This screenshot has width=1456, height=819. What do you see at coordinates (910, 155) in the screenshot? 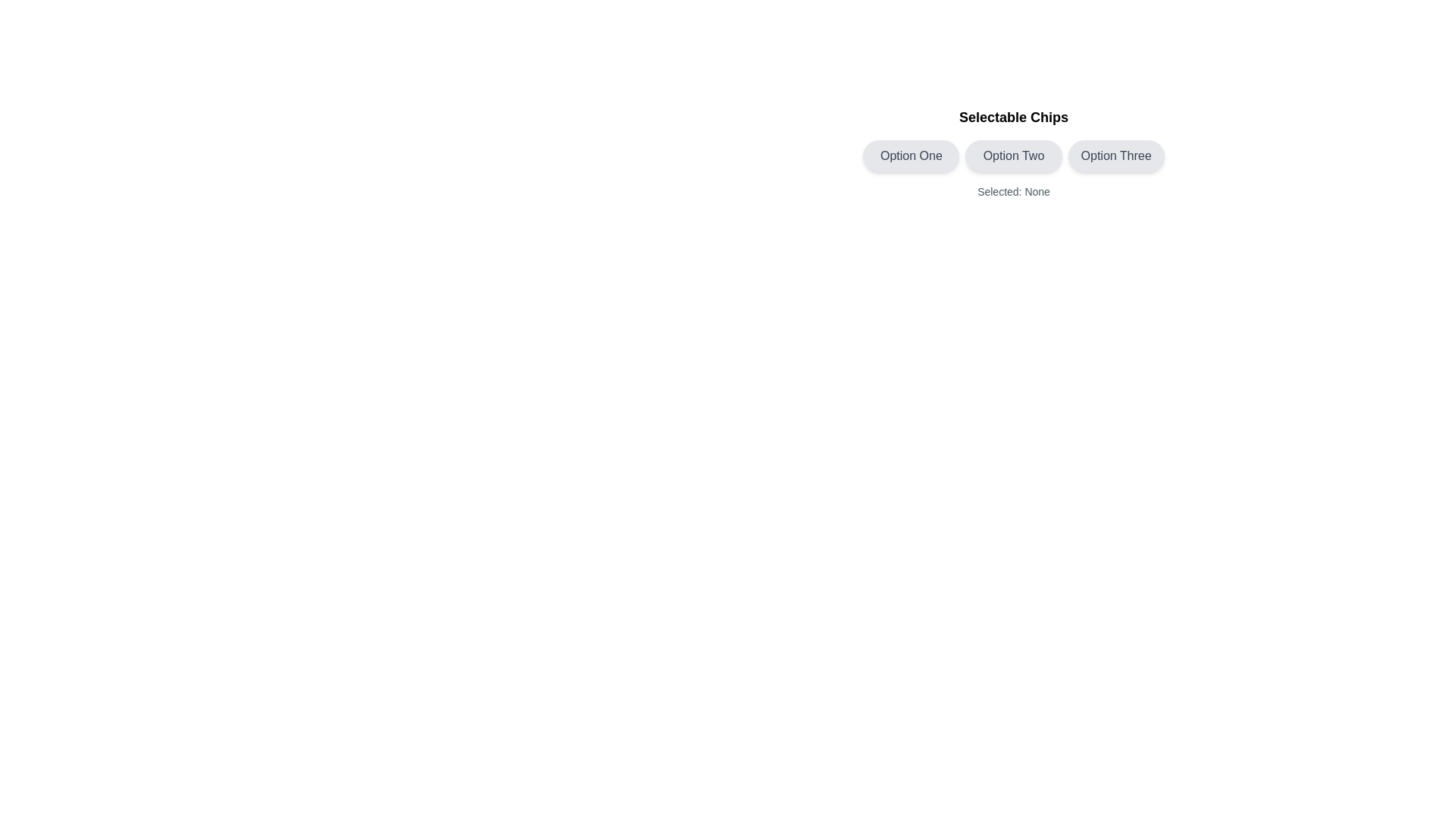
I see `the first selectable button labeled 'Option One' under the 'Selectable Chips' header` at bounding box center [910, 155].